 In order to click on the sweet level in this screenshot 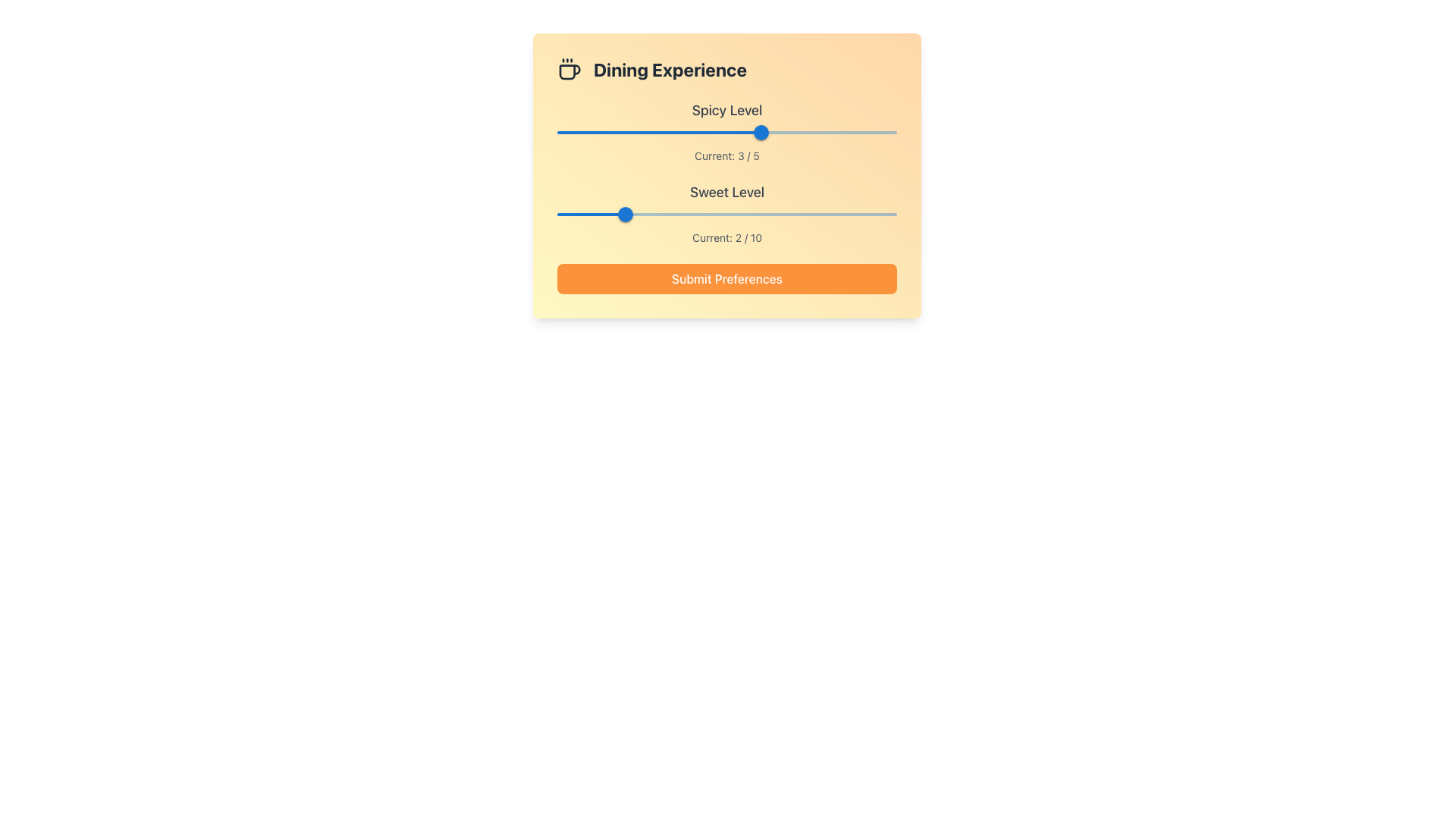, I will do `click(863, 214)`.